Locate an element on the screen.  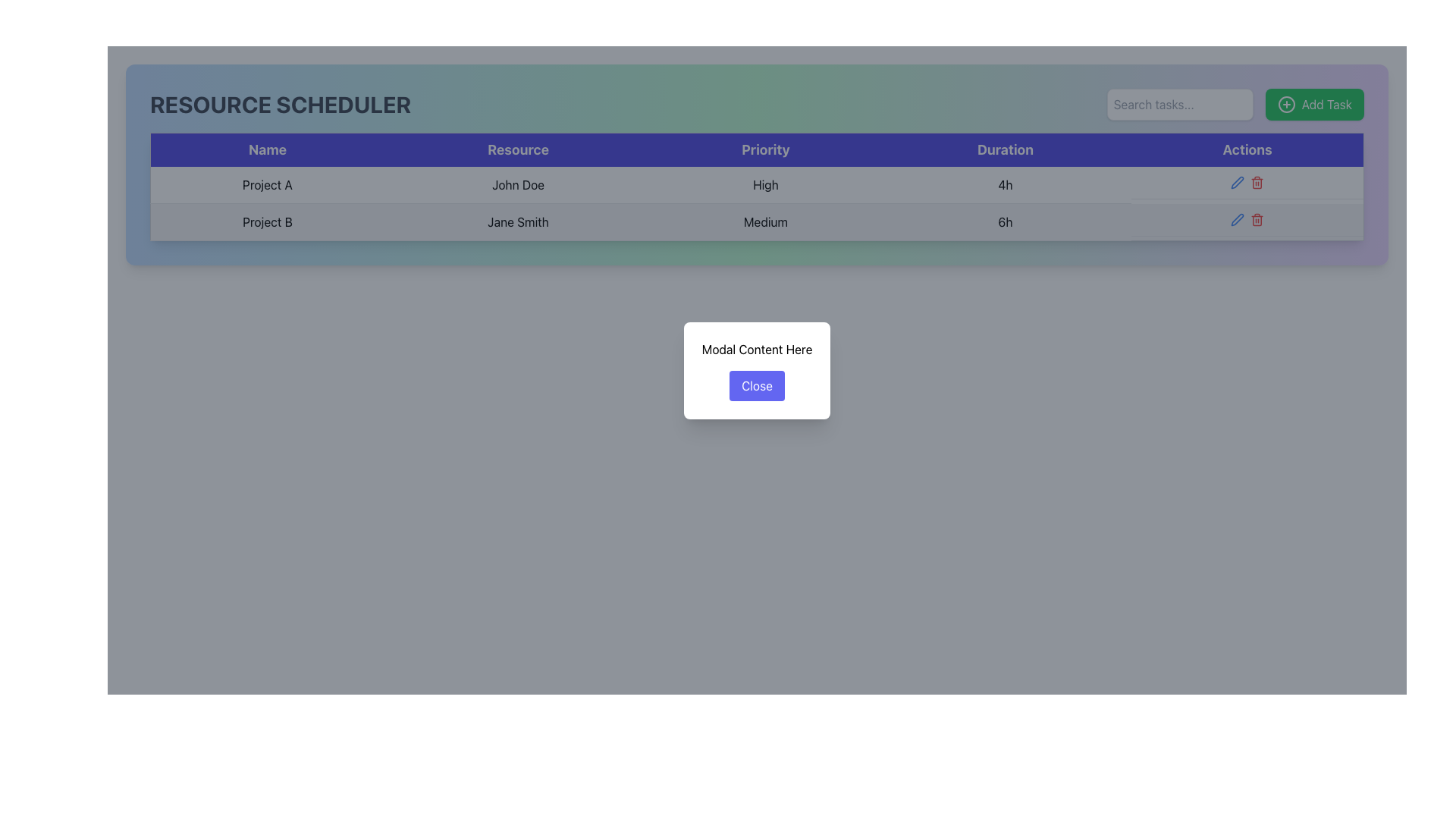
the 'Add Task' button which contains the icon for adding a new task, located at the top-right corner of the interface is located at coordinates (1285, 104).